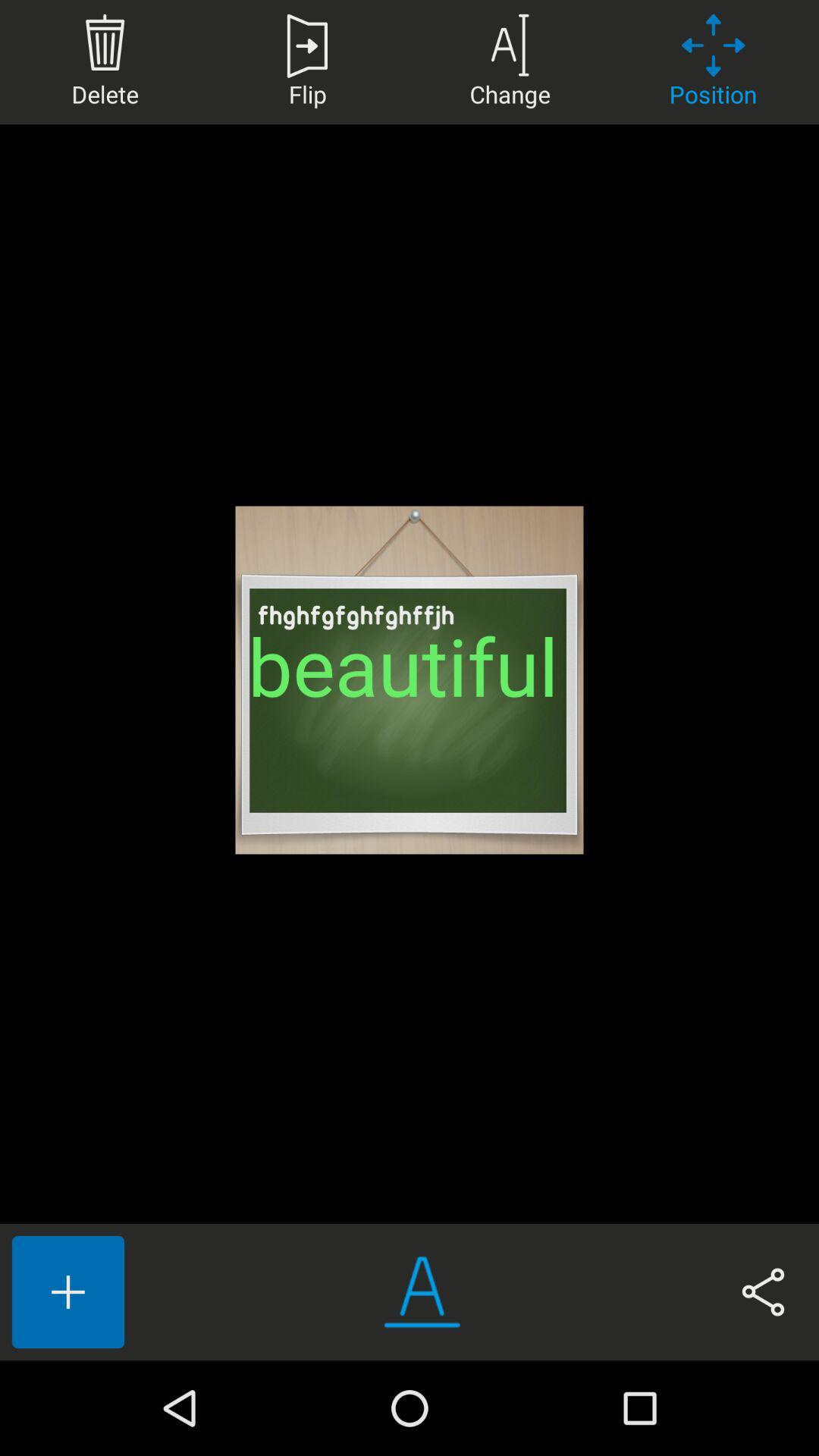 The height and width of the screenshot is (1456, 819). What do you see at coordinates (67, 1291) in the screenshot?
I see `the add icon` at bounding box center [67, 1291].